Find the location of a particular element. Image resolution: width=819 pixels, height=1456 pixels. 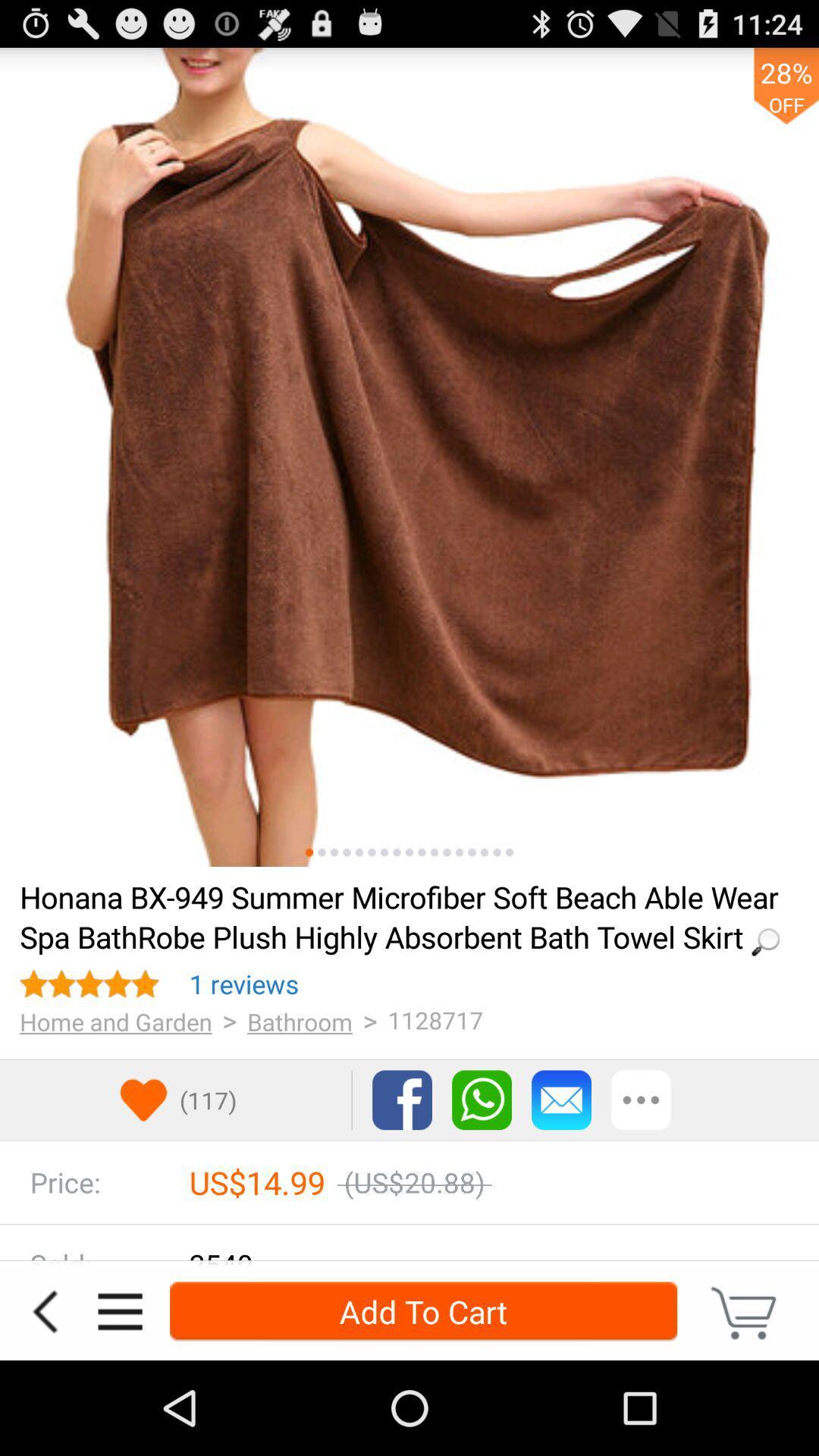

the icon to the left of the > is located at coordinates (243, 984).